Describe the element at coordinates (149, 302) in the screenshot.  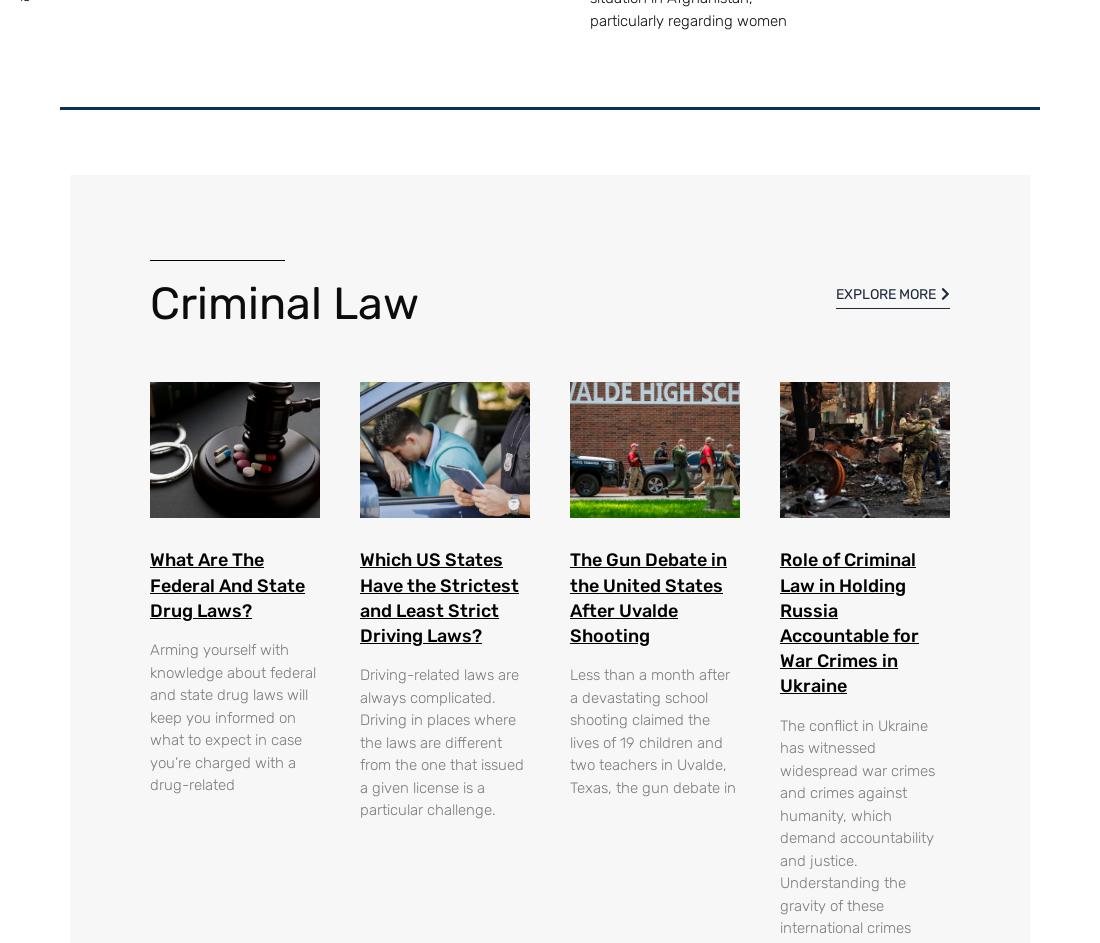
I see `'Criminal Law'` at that location.